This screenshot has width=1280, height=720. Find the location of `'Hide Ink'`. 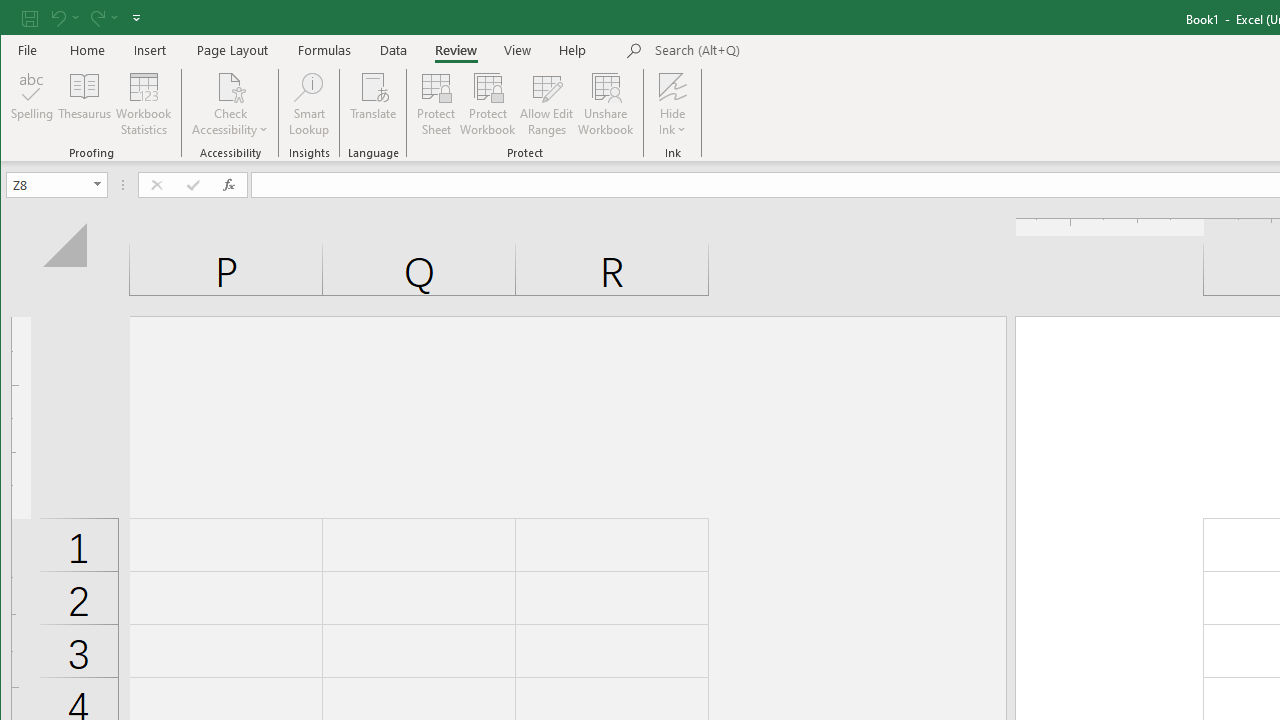

'Hide Ink' is located at coordinates (672, 85).